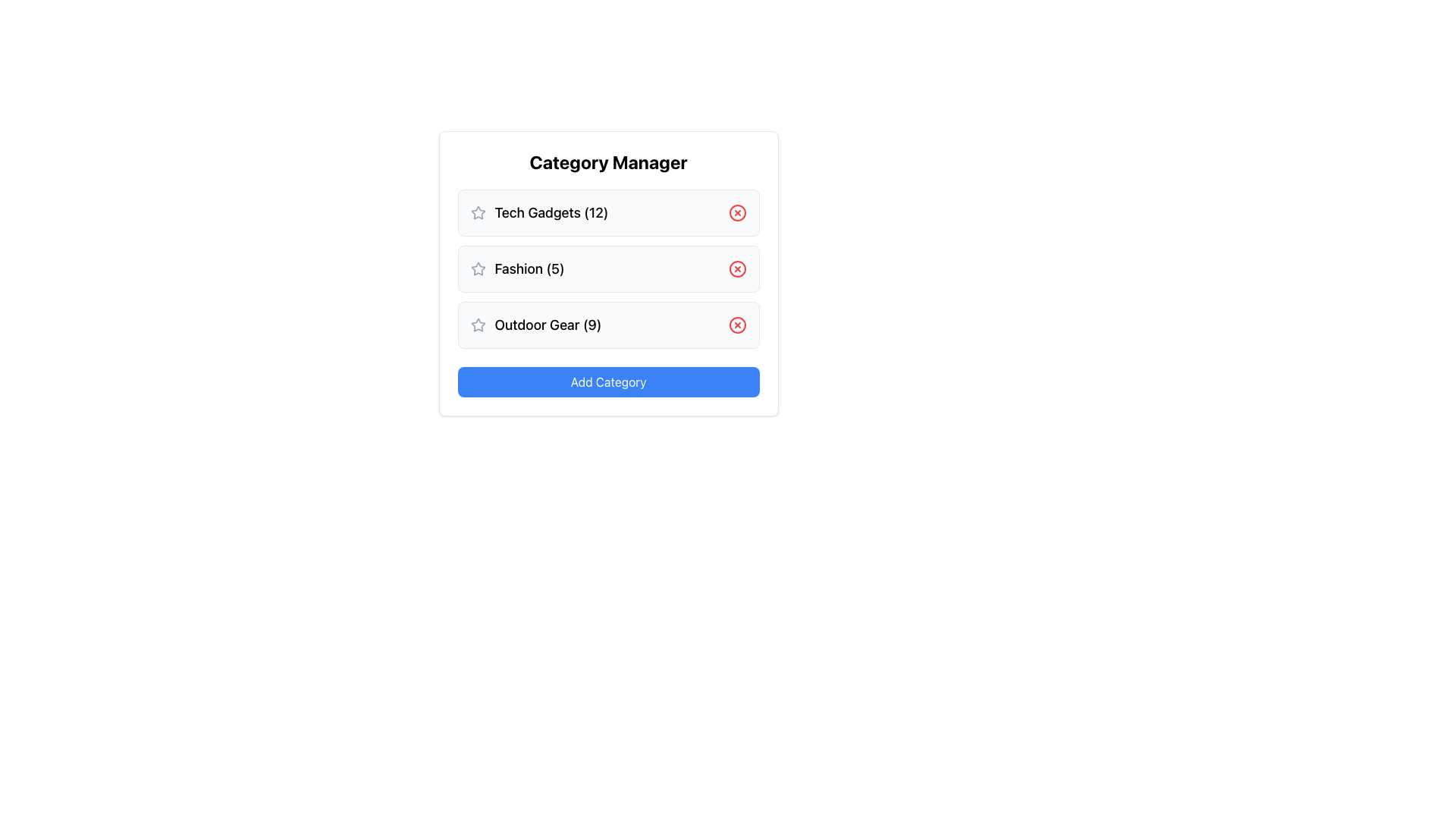  Describe the element at coordinates (477, 324) in the screenshot. I see `the unselected star-shaped icon located to the left of the label 'Outdoor Gear (9)' in the third row of the category listings` at that location.